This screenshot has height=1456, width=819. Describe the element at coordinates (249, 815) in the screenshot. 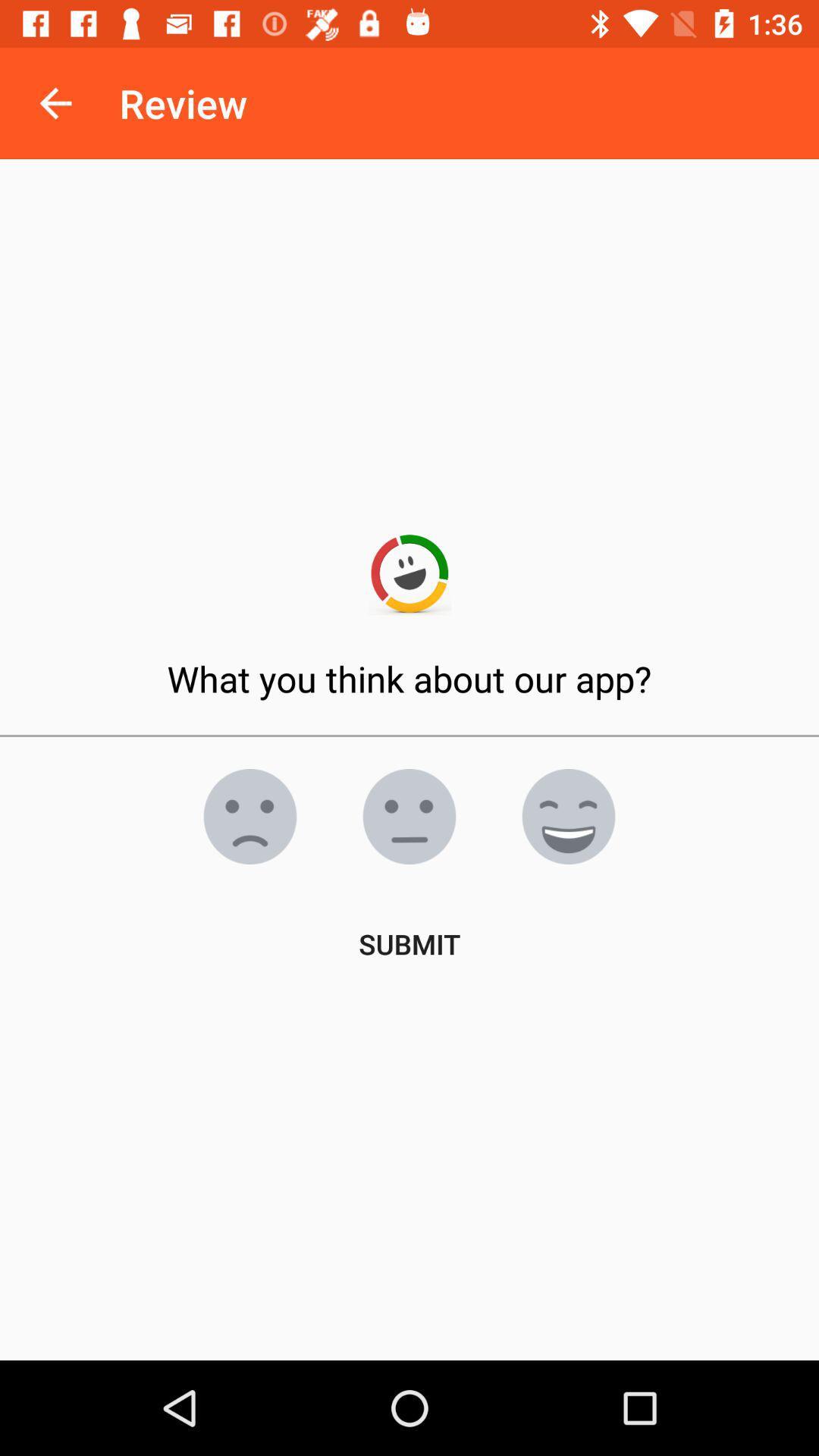

I see `not happy` at that location.